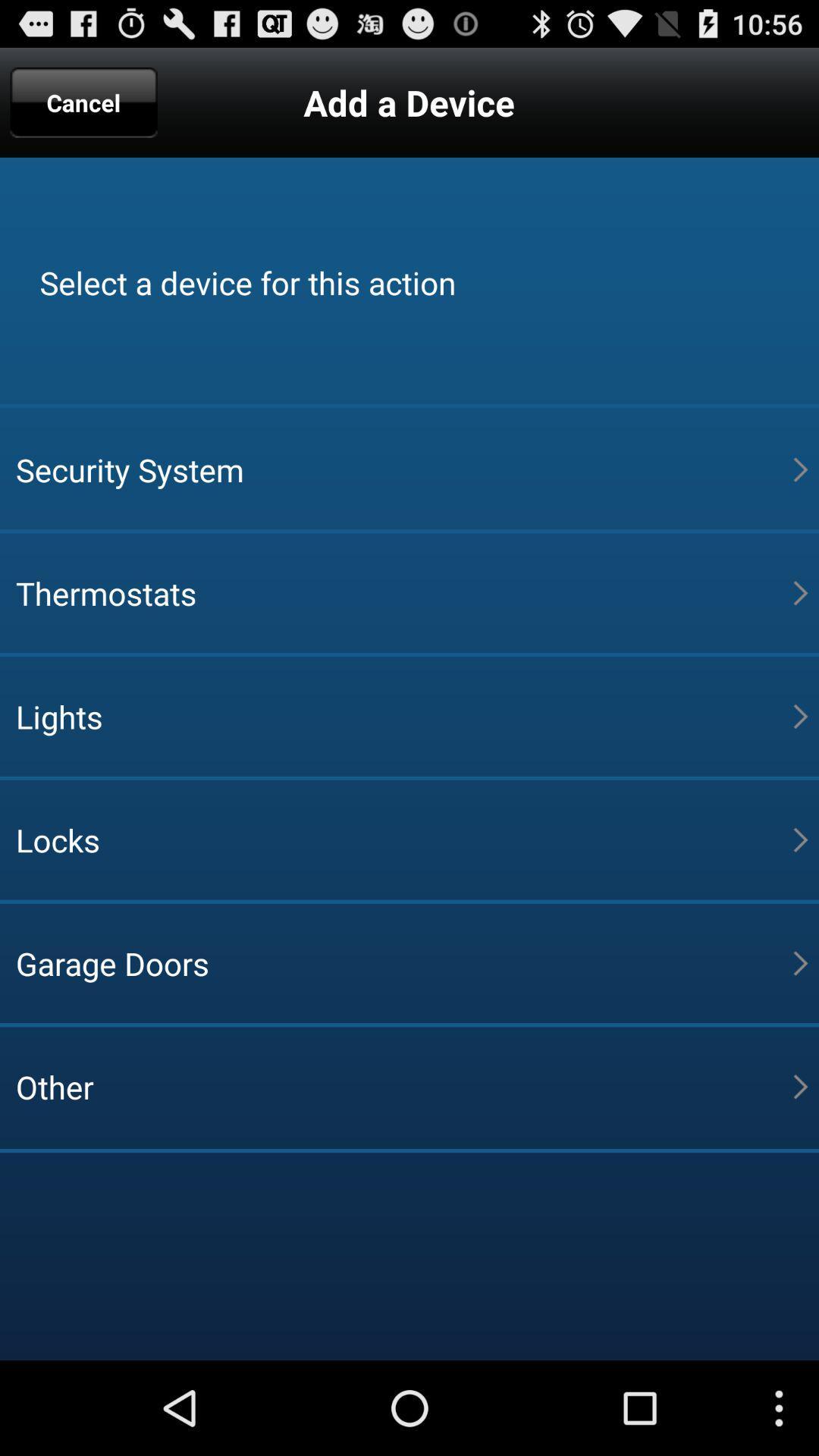 The image size is (819, 1456). What do you see at coordinates (403, 592) in the screenshot?
I see `the item below the security system app` at bounding box center [403, 592].